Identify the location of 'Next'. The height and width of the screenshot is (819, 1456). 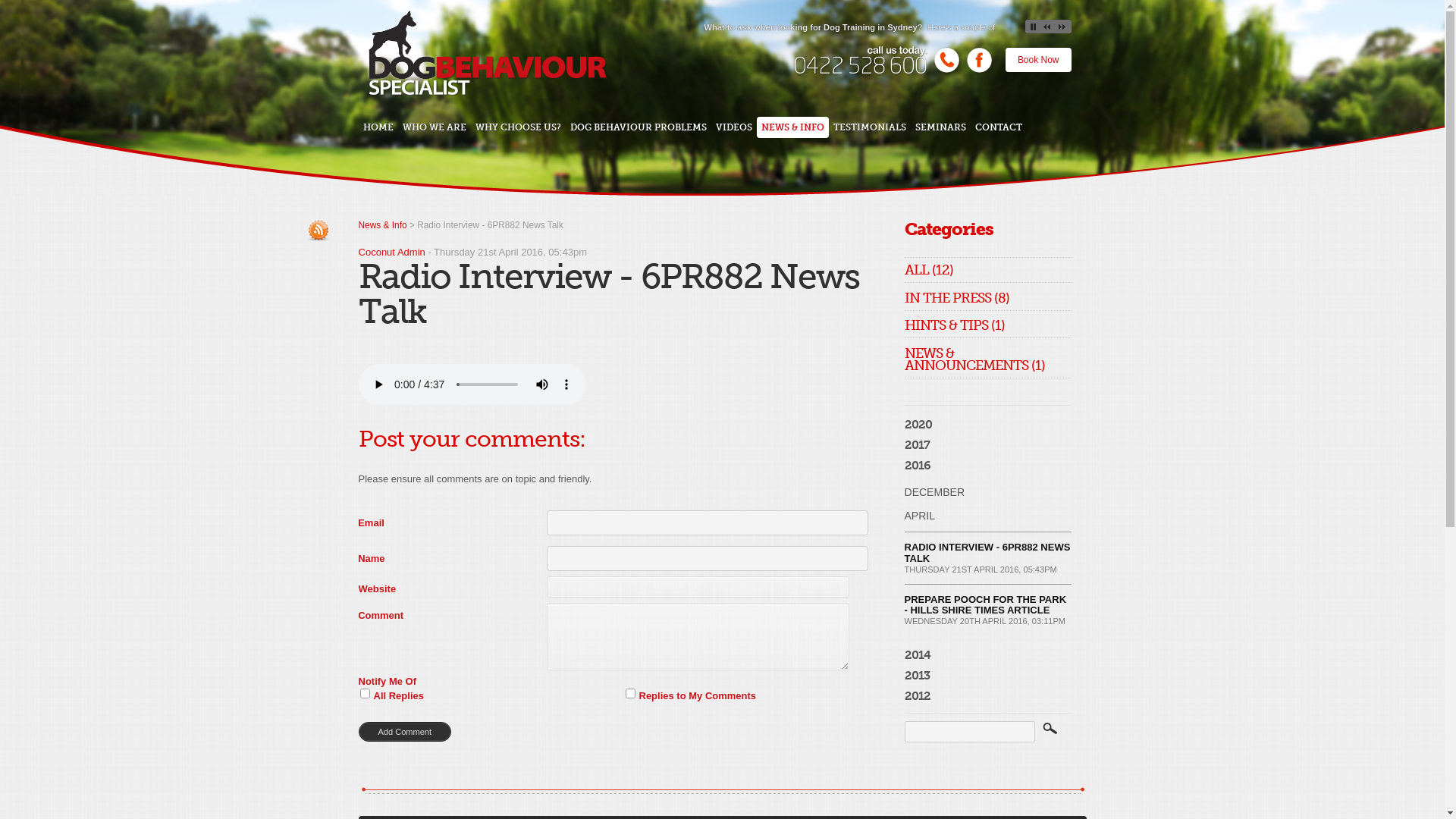
(1062, 26).